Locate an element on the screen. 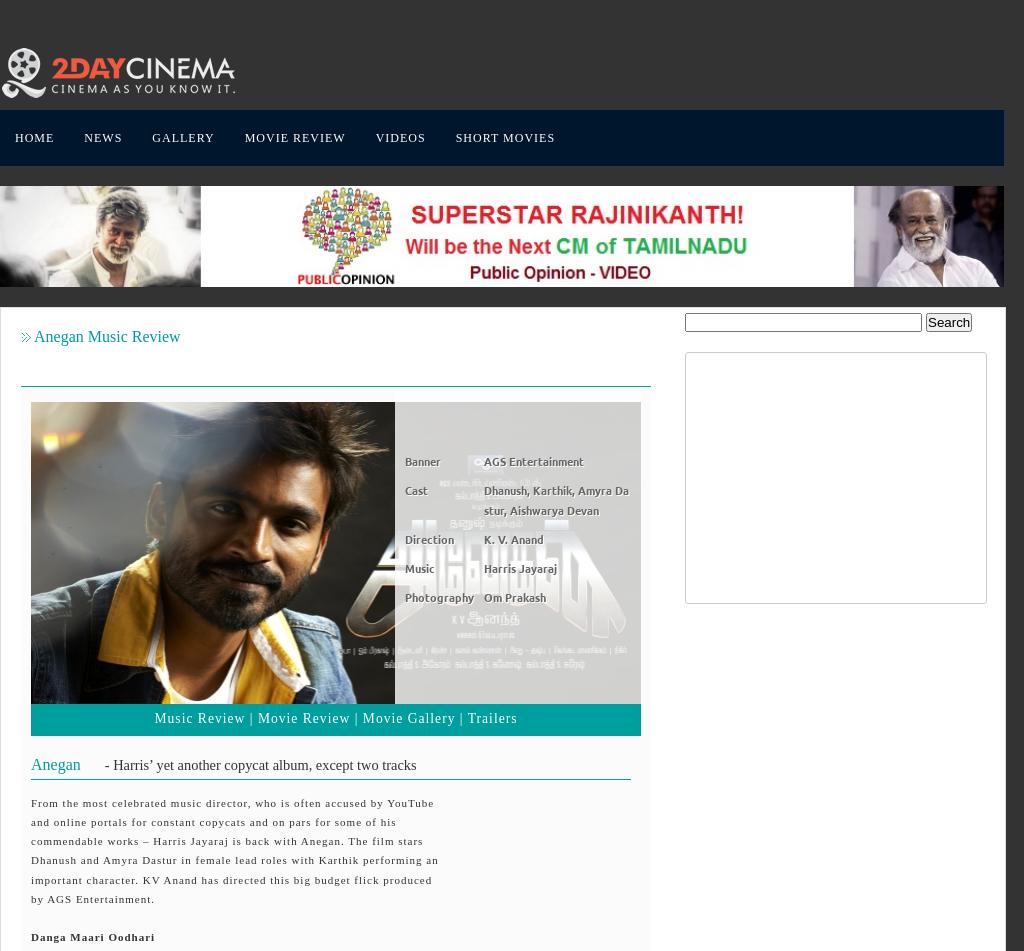 Image resolution: width=1024 pixels, height=951 pixels. 'GALLERY' is located at coordinates (182, 137).